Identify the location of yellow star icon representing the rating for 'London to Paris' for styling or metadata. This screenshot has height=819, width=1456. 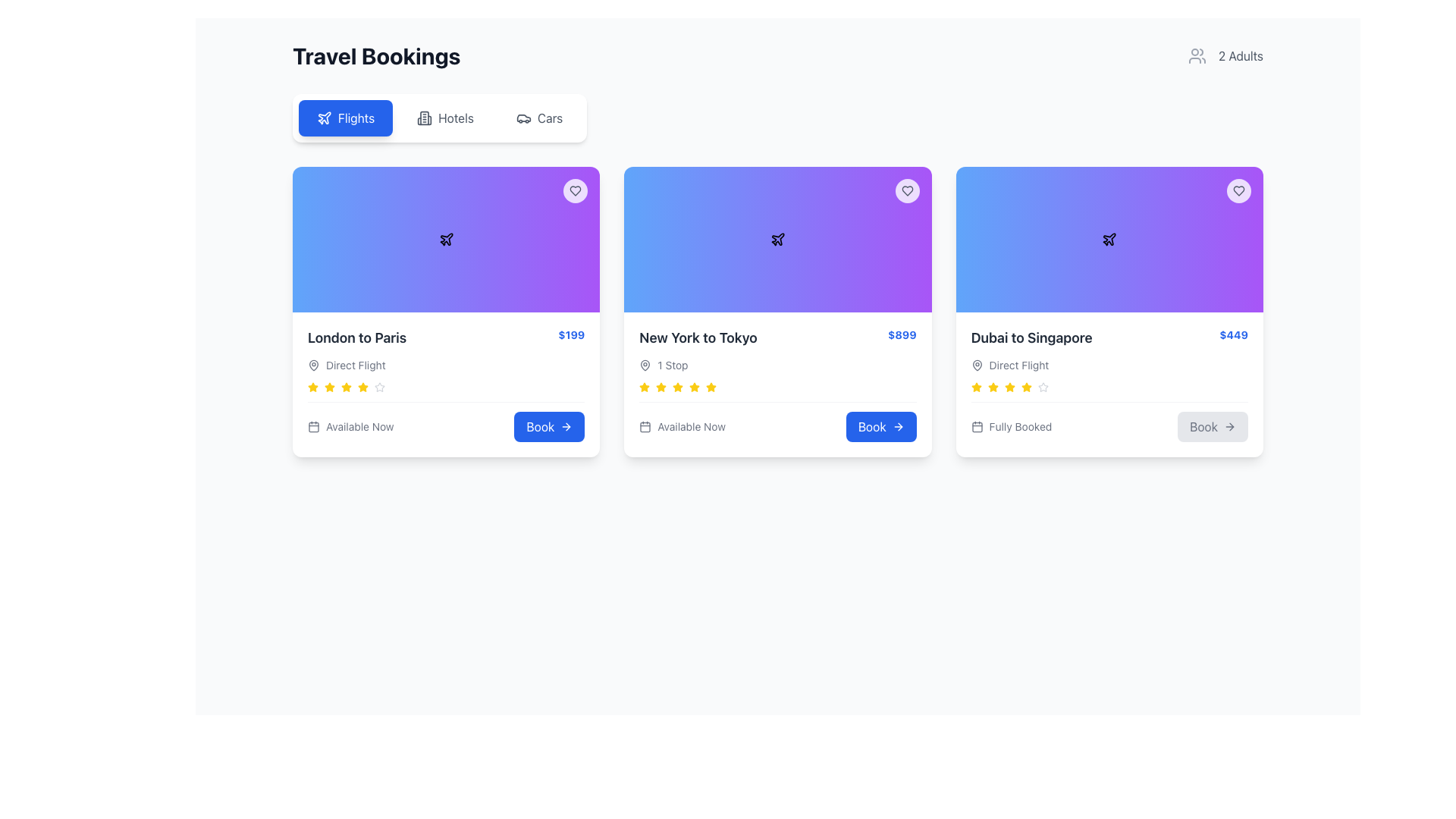
(976, 386).